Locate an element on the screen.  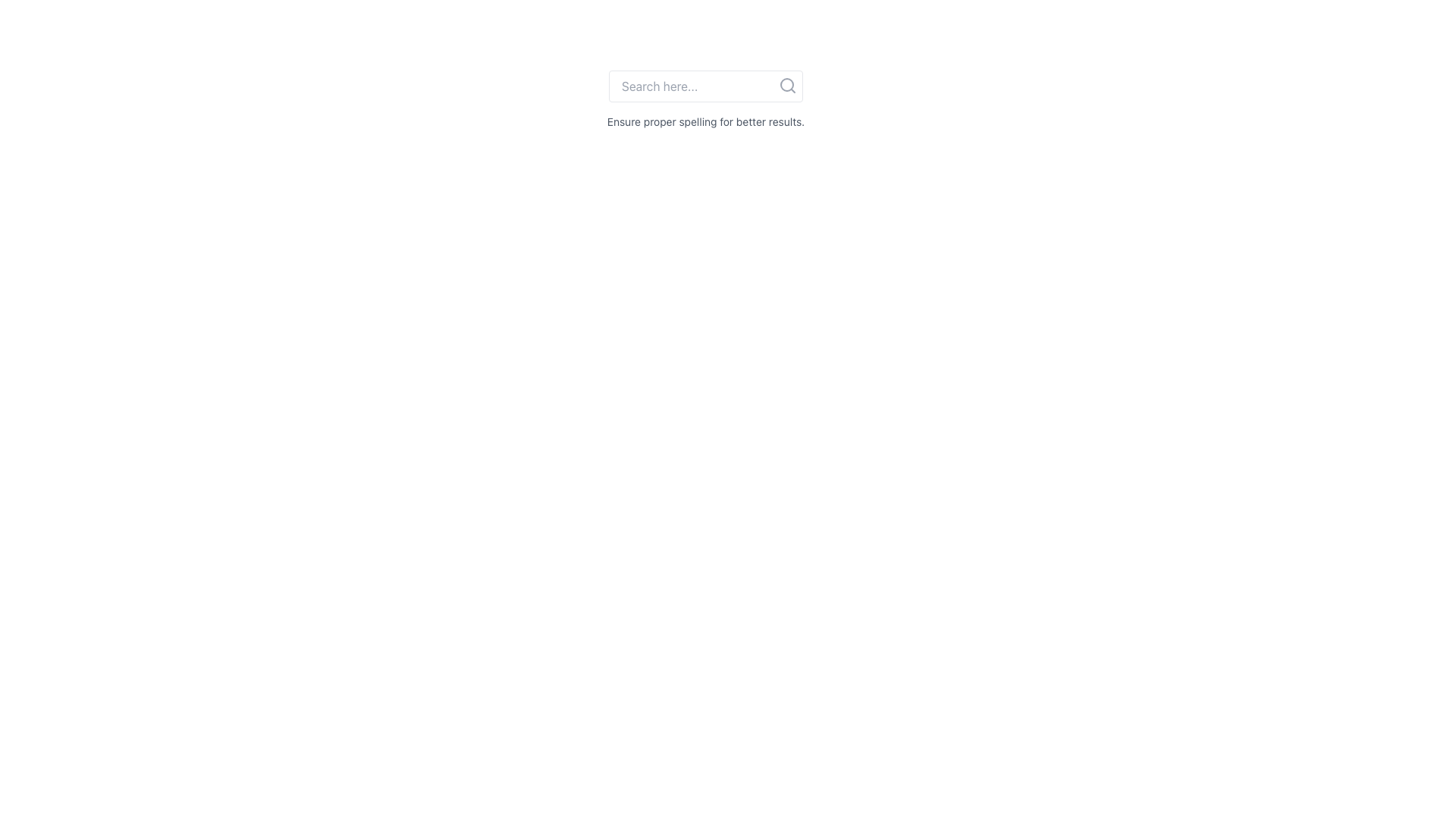
the magnifying glass icon, which is a gray line drawing located at the top-right corner of the search bar, next to the text input field with the placeholder 'Search here...' is located at coordinates (787, 85).